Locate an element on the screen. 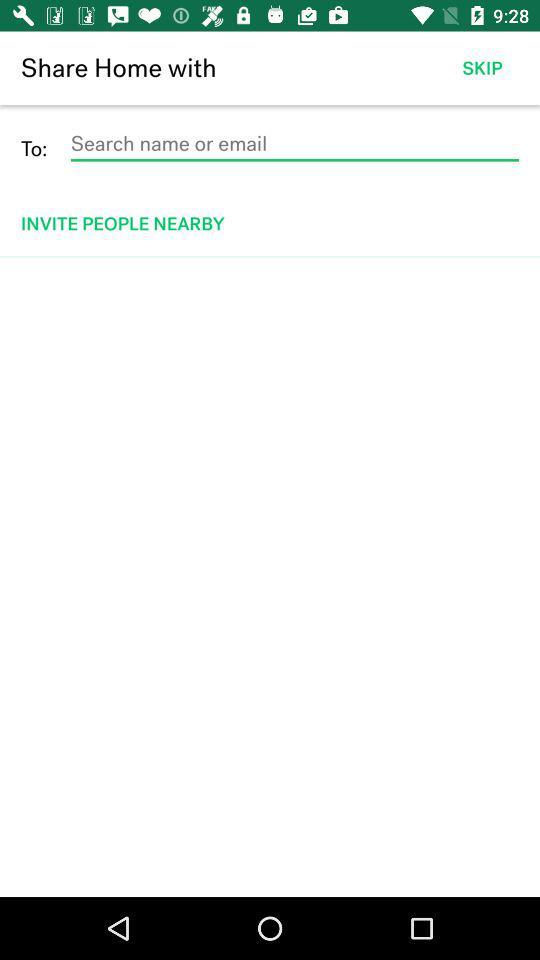 The image size is (540, 960). the invite people nearby is located at coordinates (271, 223).